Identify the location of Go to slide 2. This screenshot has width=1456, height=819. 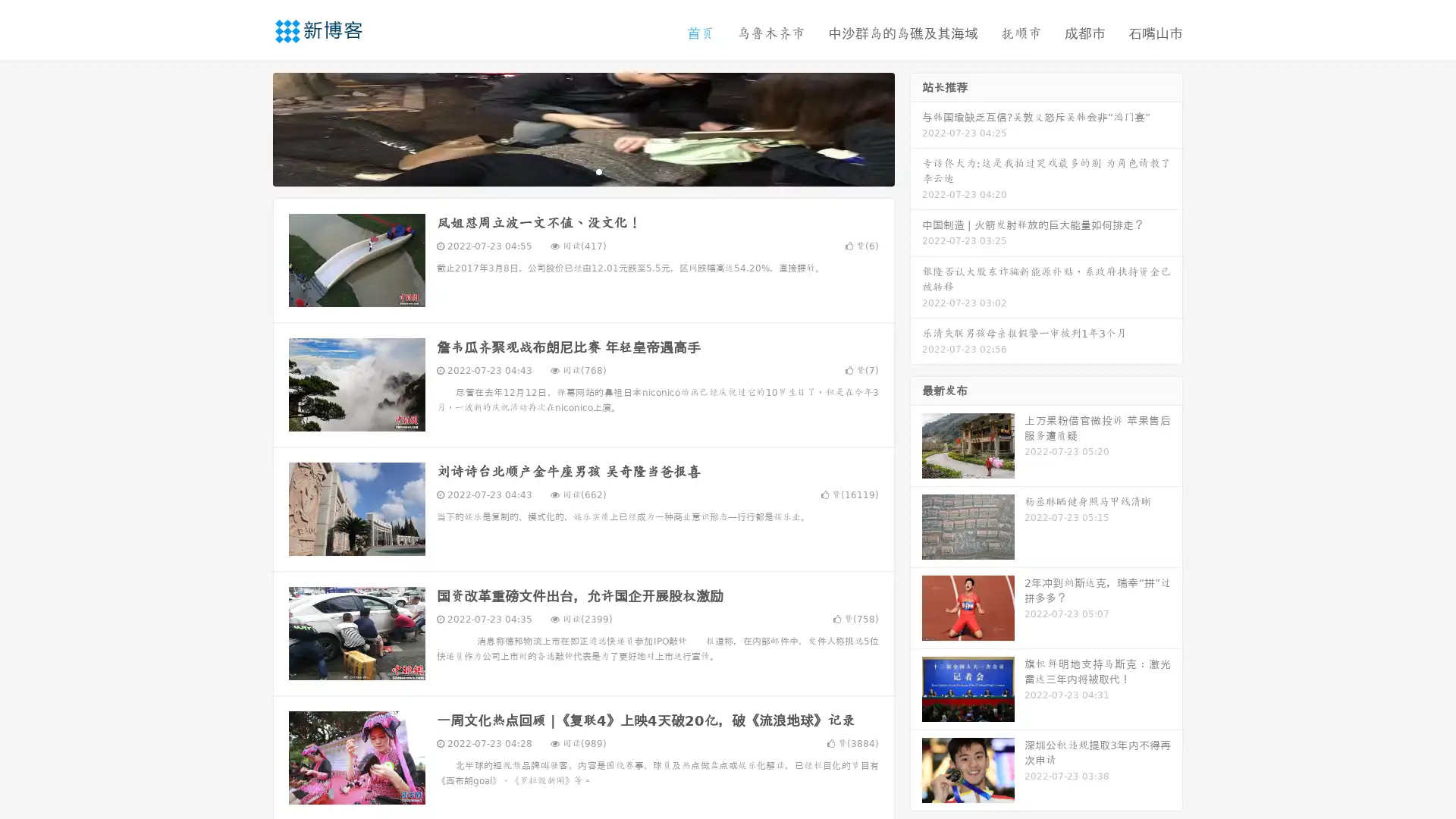
(582, 171).